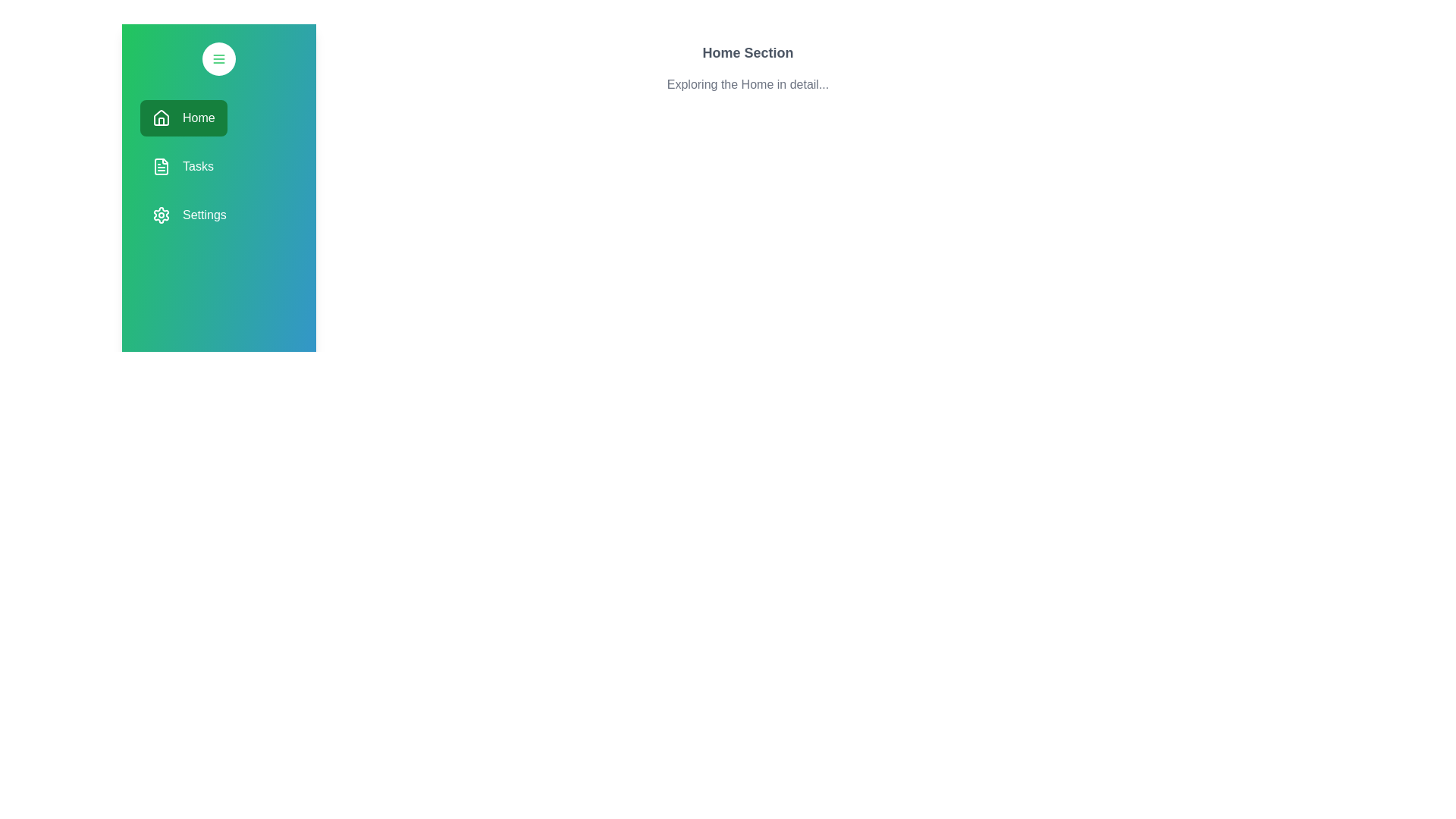 The image size is (1456, 819). I want to click on the Home navigation button by targeting the text label located in the green sidebar, positioned to the right of the house-shaped icon, so click(198, 117).